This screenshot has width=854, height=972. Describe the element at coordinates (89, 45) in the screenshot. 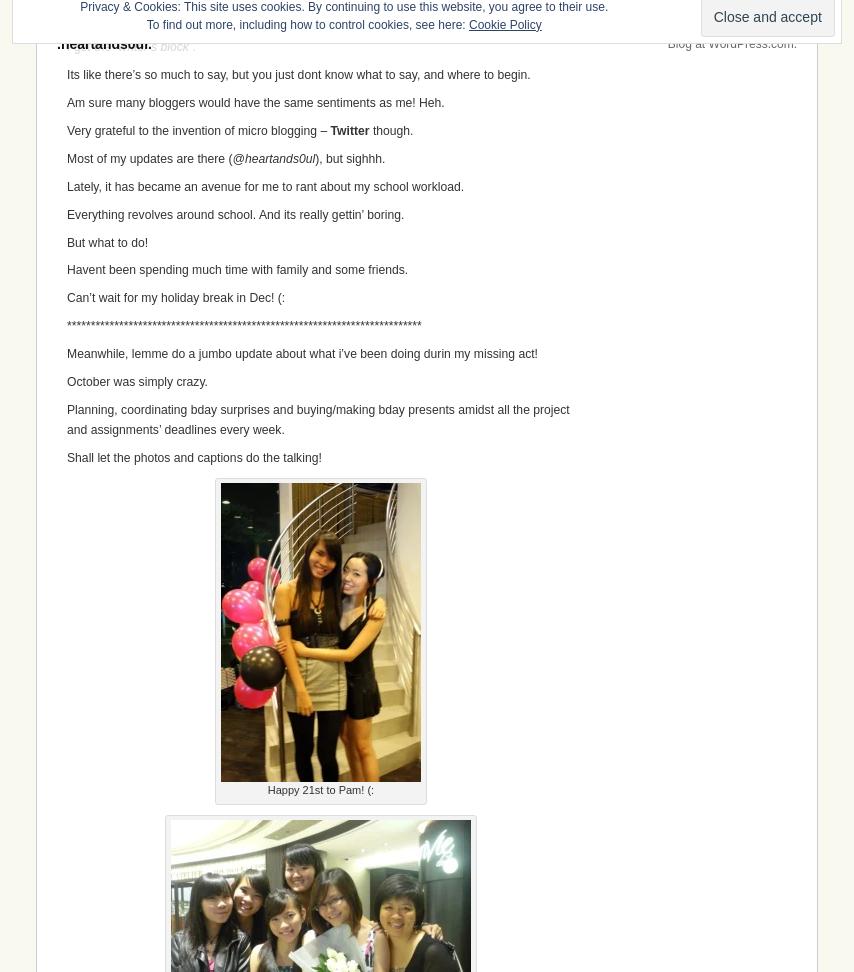

I see `'I get the'` at that location.